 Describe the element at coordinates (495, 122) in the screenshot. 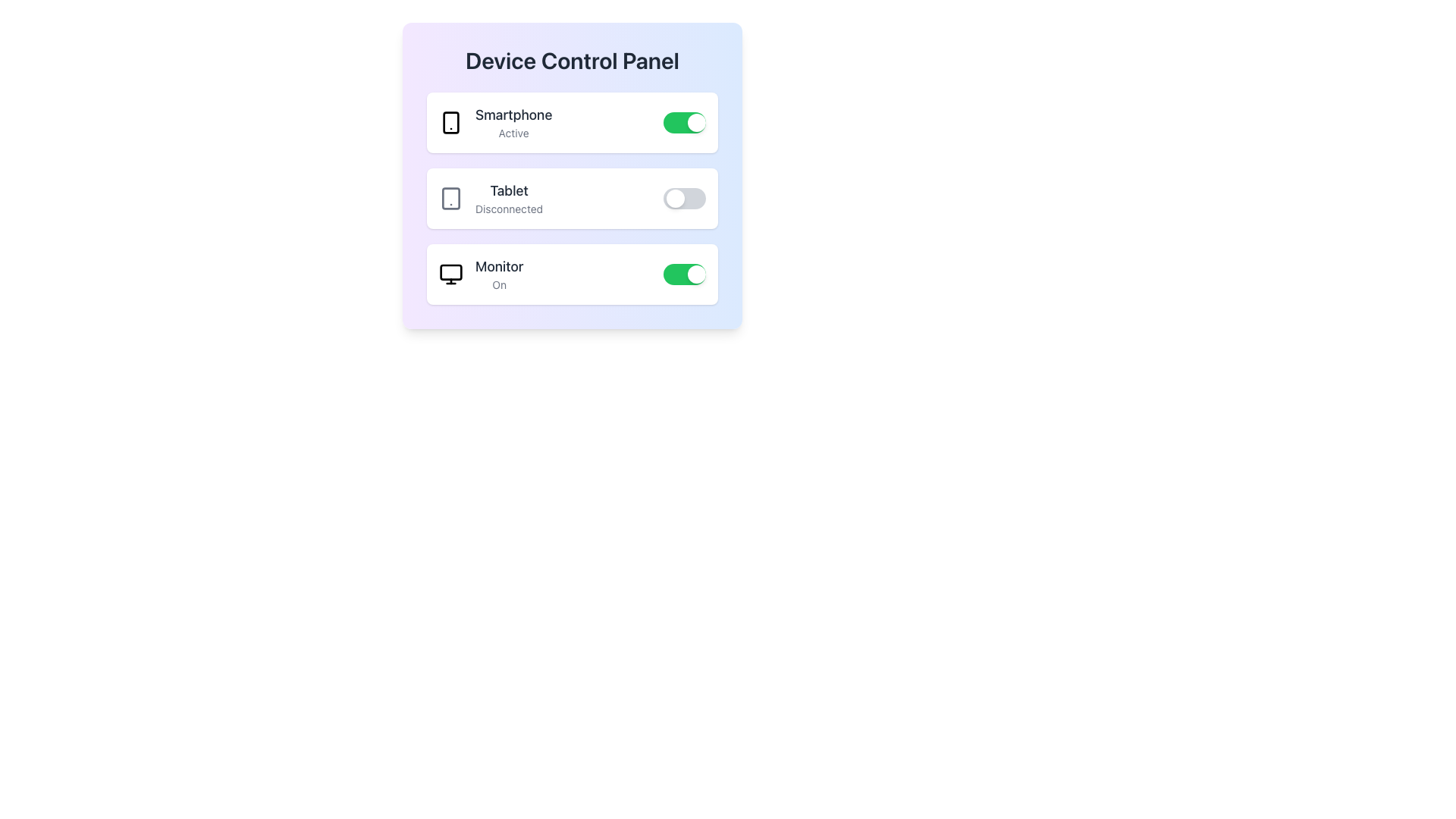

I see `the composite information display element labeled 'Smartphone' that shows an active status with a smartphone icon on the left` at that location.